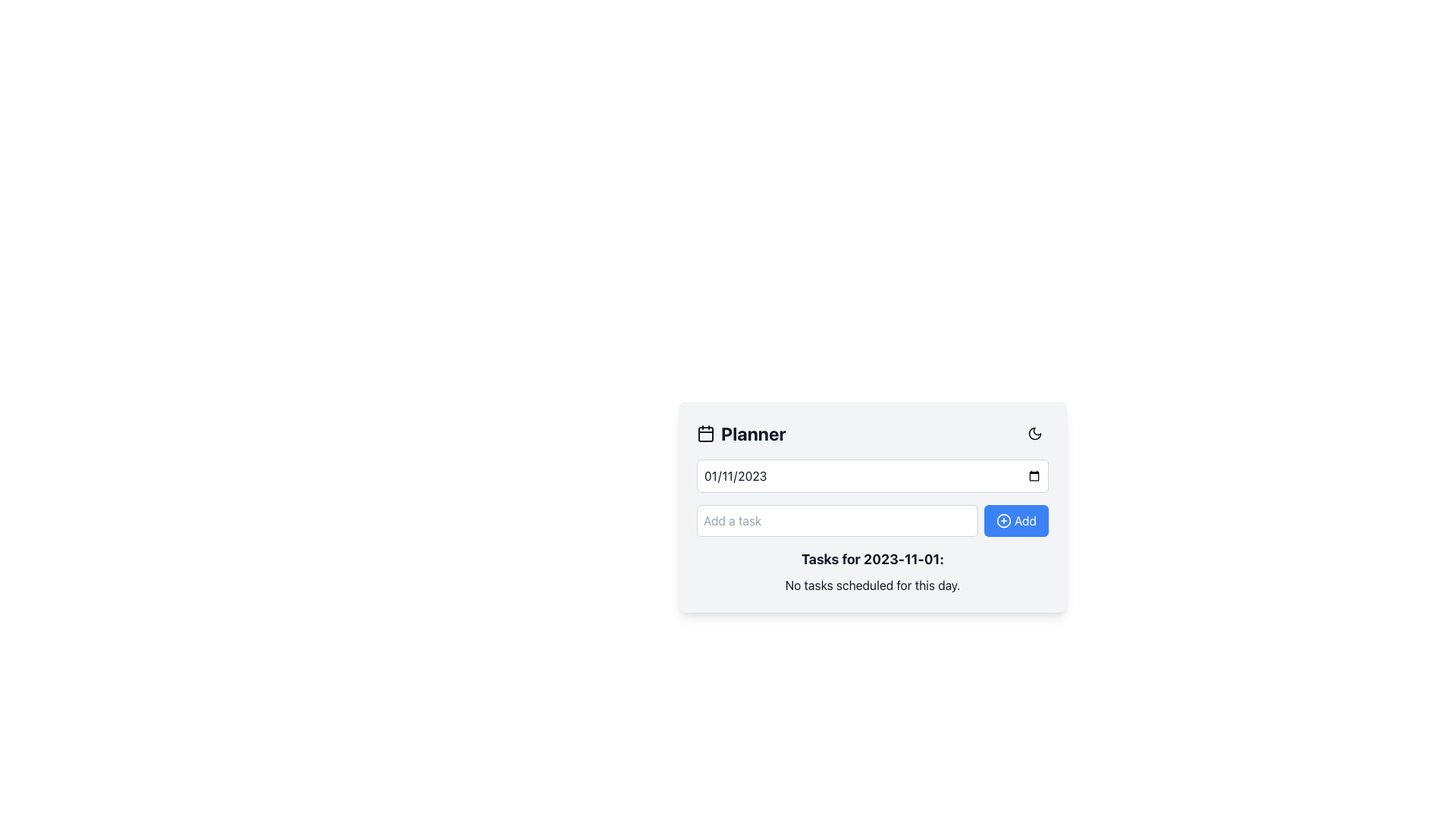 Image resolution: width=1456 pixels, height=819 pixels. I want to click on the Text Display Area which shows the message 'Tasks for 2023-11-01:' and 'No tasks scheduled for this day.', so click(873, 571).